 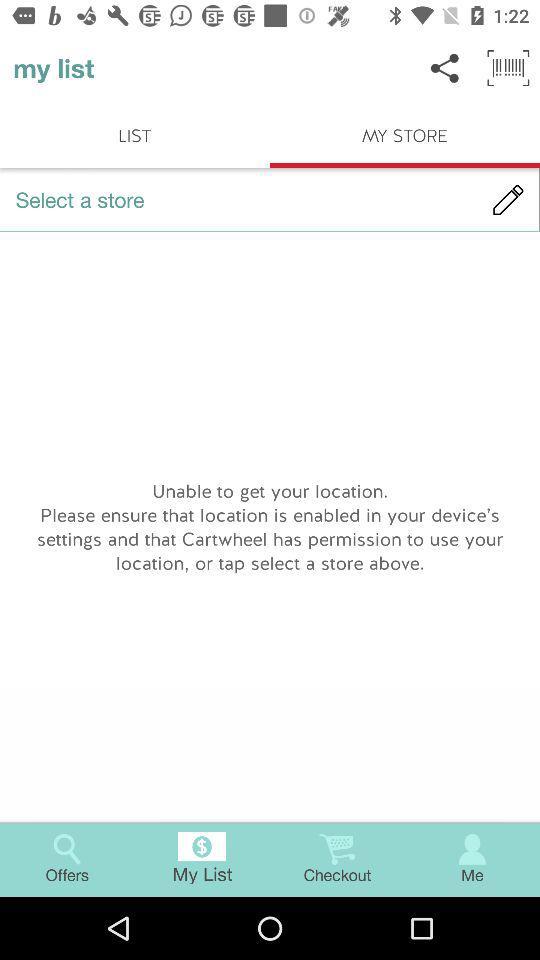 What do you see at coordinates (270, 199) in the screenshot?
I see `select a store item` at bounding box center [270, 199].